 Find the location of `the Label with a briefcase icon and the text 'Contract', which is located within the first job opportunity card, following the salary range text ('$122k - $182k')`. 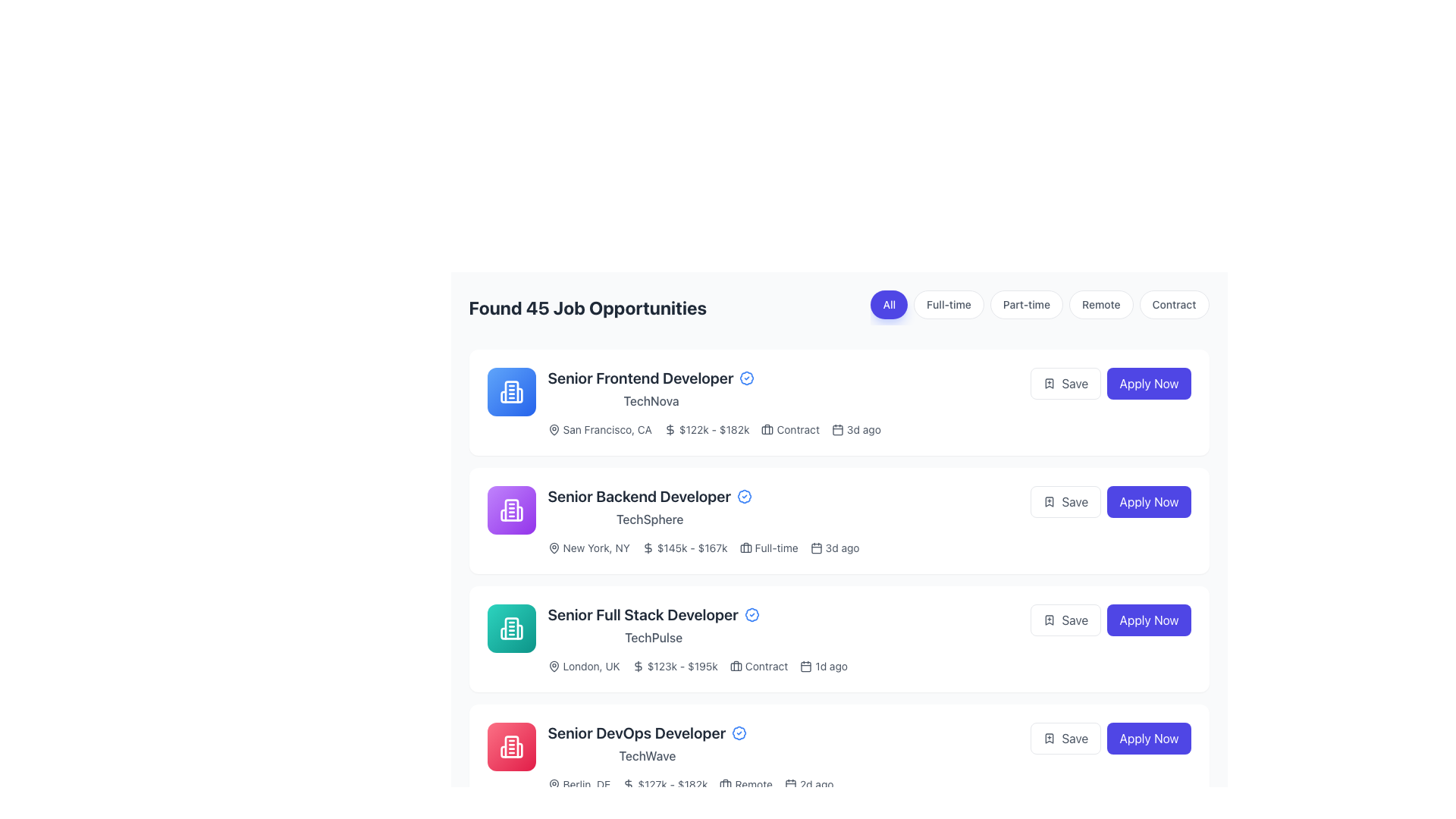

the Label with a briefcase icon and the text 'Contract', which is located within the first job opportunity card, following the salary range text ('$122k - $182k') is located at coordinates (789, 430).